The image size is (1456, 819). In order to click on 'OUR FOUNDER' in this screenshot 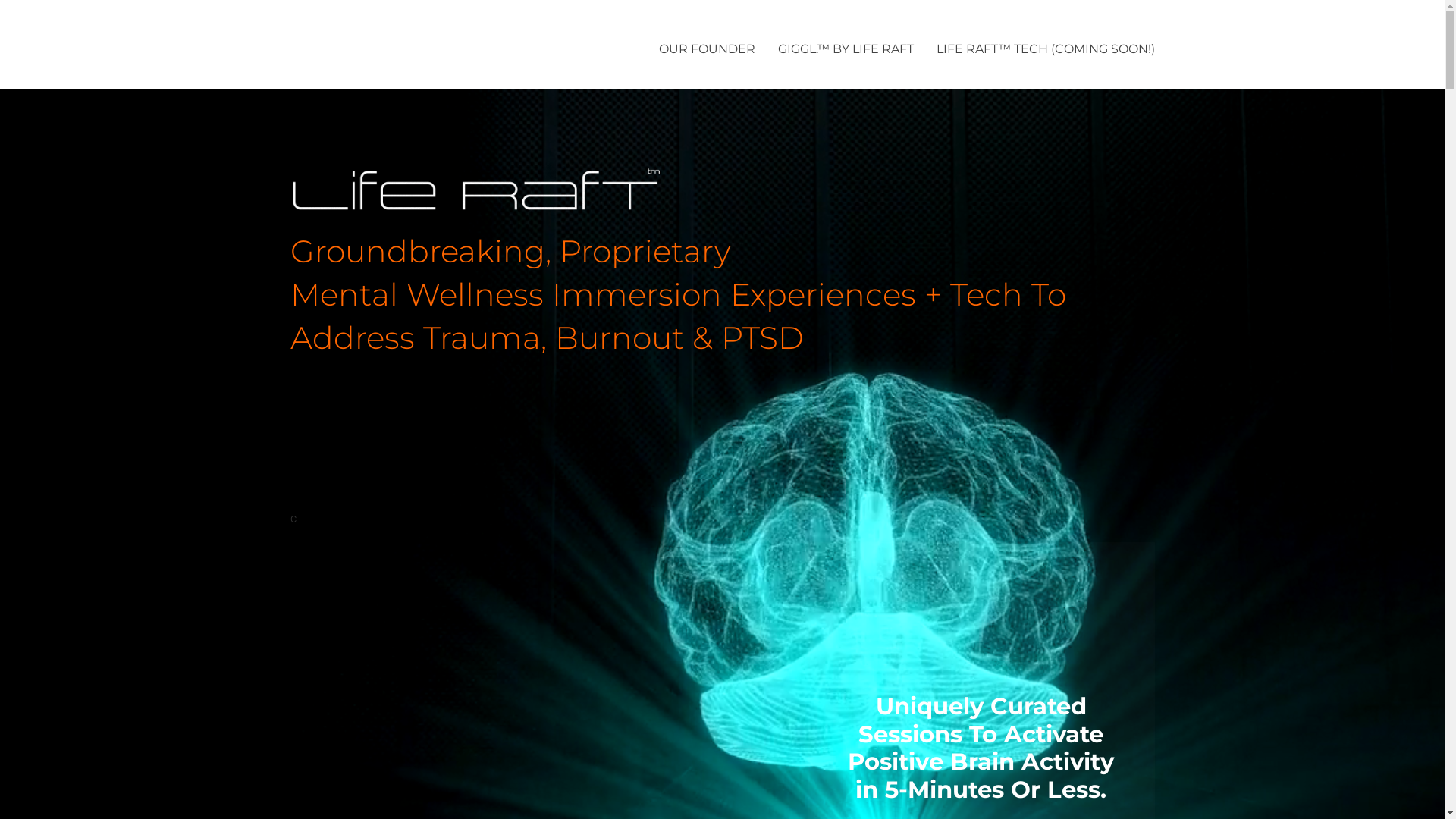, I will do `click(658, 49)`.